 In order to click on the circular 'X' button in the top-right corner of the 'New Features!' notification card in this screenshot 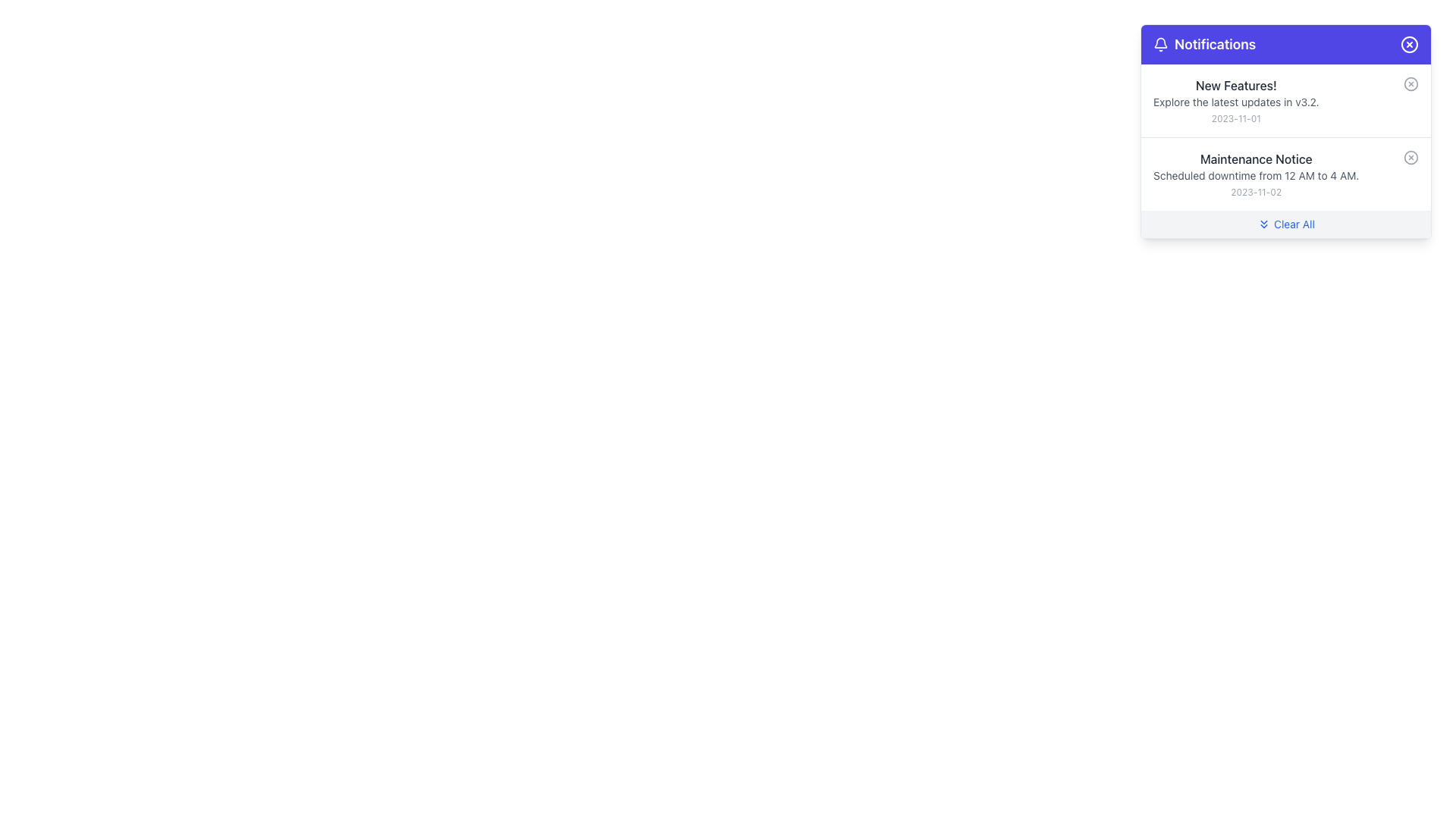, I will do `click(1410, 84)`.